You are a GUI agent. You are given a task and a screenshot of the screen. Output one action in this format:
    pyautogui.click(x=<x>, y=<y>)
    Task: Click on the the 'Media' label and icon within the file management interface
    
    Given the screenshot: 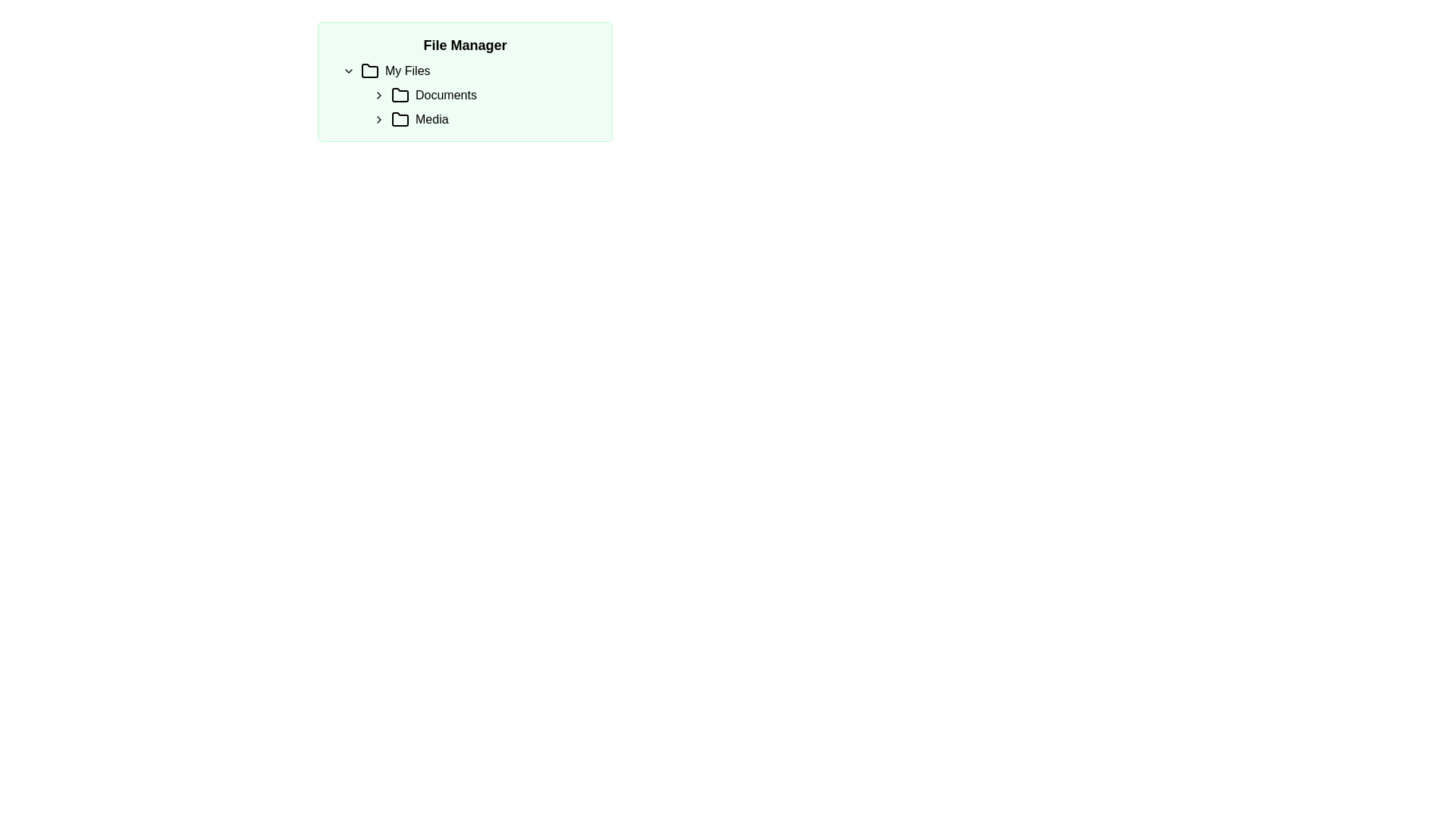 What is the action you would take?
    pyautogui.click(x=419, y=119)
    